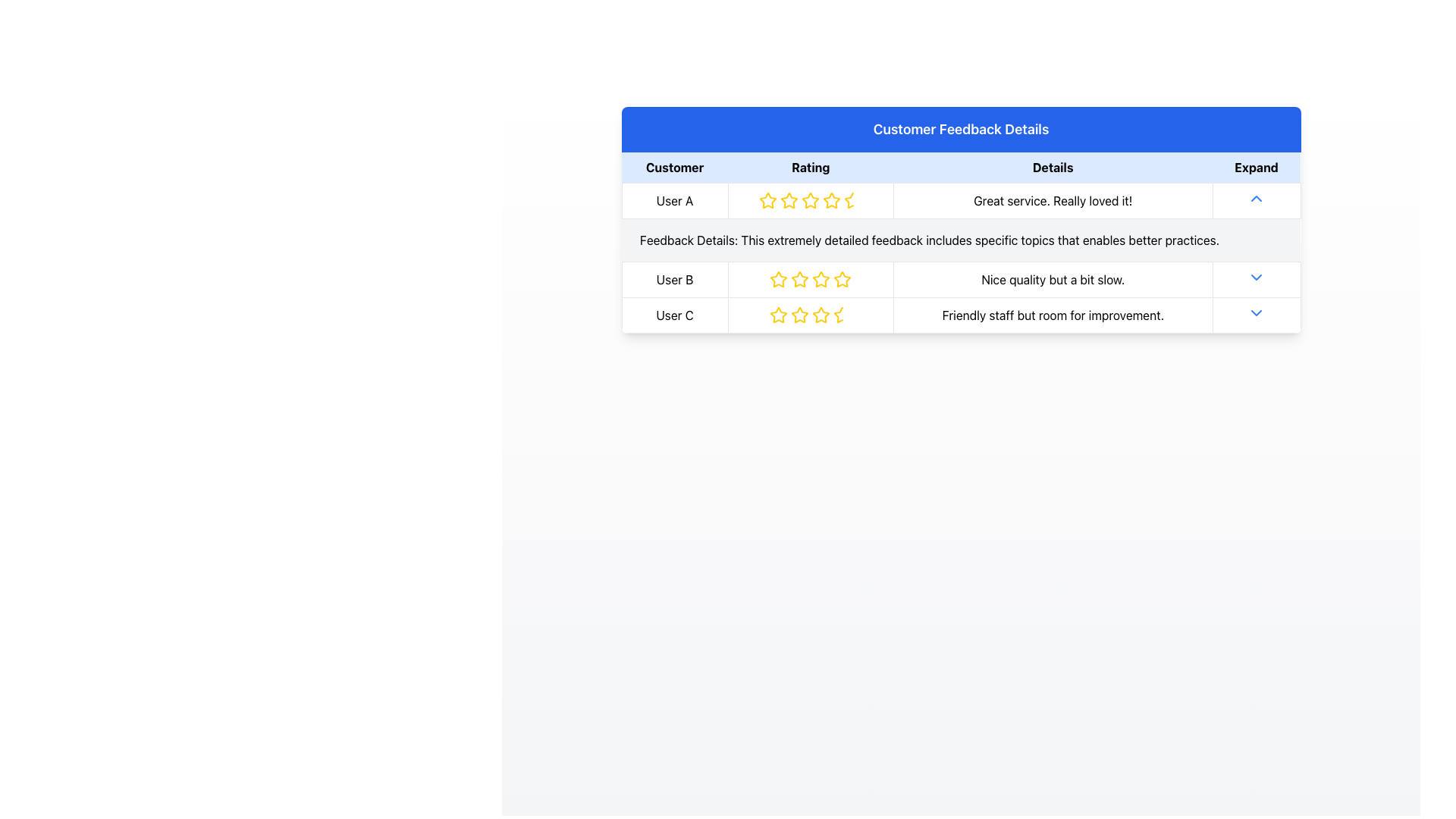 The height and width of the screenshot is (819, 1456). I want to click on the static text display located in the second row of the table, which provides detailed feedback content below 'User A's feedback, spanning the 'Customer' and 'Rating' columns, so click(960, 239).